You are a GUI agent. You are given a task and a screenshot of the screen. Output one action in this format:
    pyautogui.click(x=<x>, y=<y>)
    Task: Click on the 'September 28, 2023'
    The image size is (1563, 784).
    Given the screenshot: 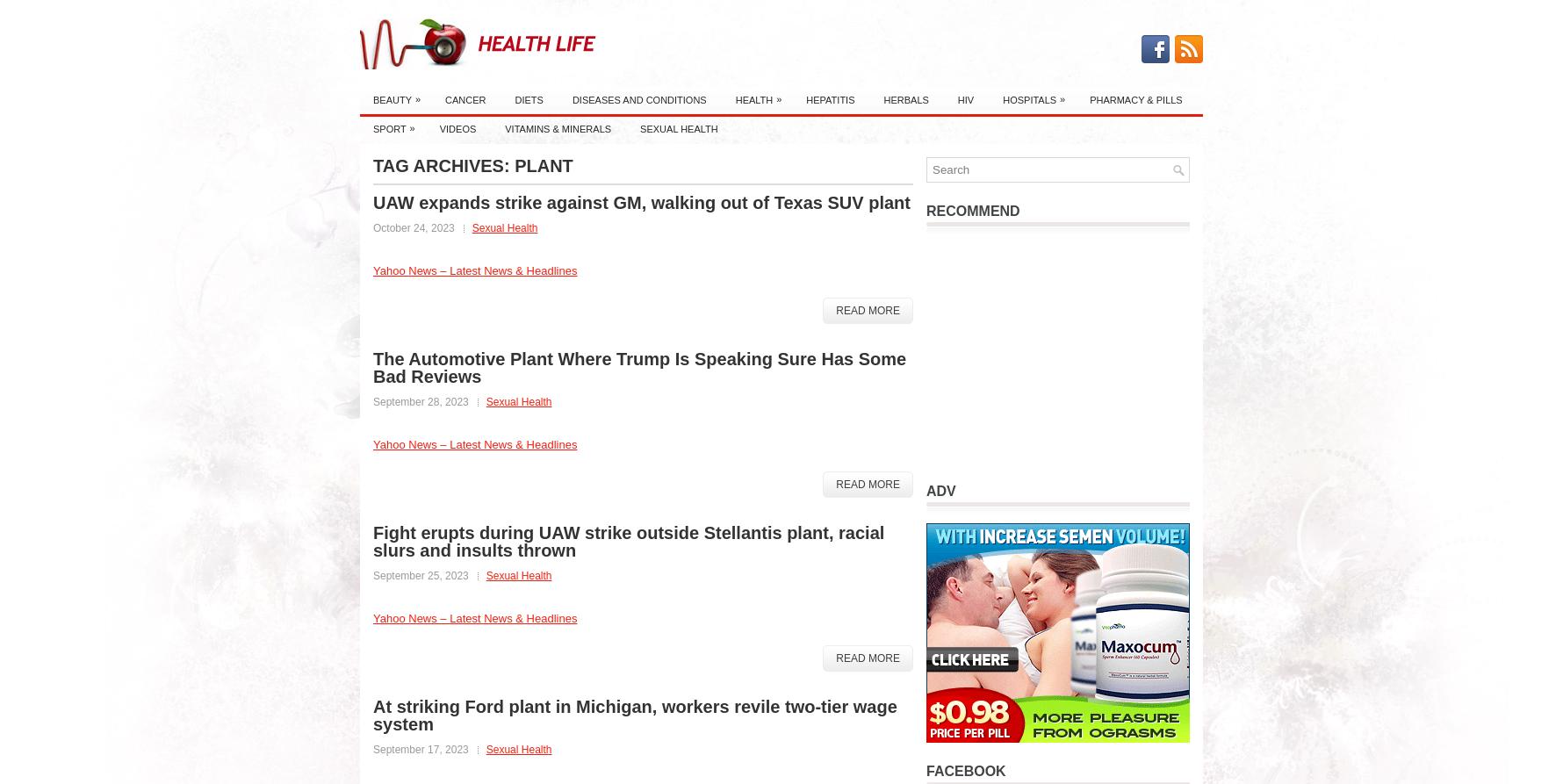 What is the action you would take?
    pyautogui.click(x=420, y=401)
    